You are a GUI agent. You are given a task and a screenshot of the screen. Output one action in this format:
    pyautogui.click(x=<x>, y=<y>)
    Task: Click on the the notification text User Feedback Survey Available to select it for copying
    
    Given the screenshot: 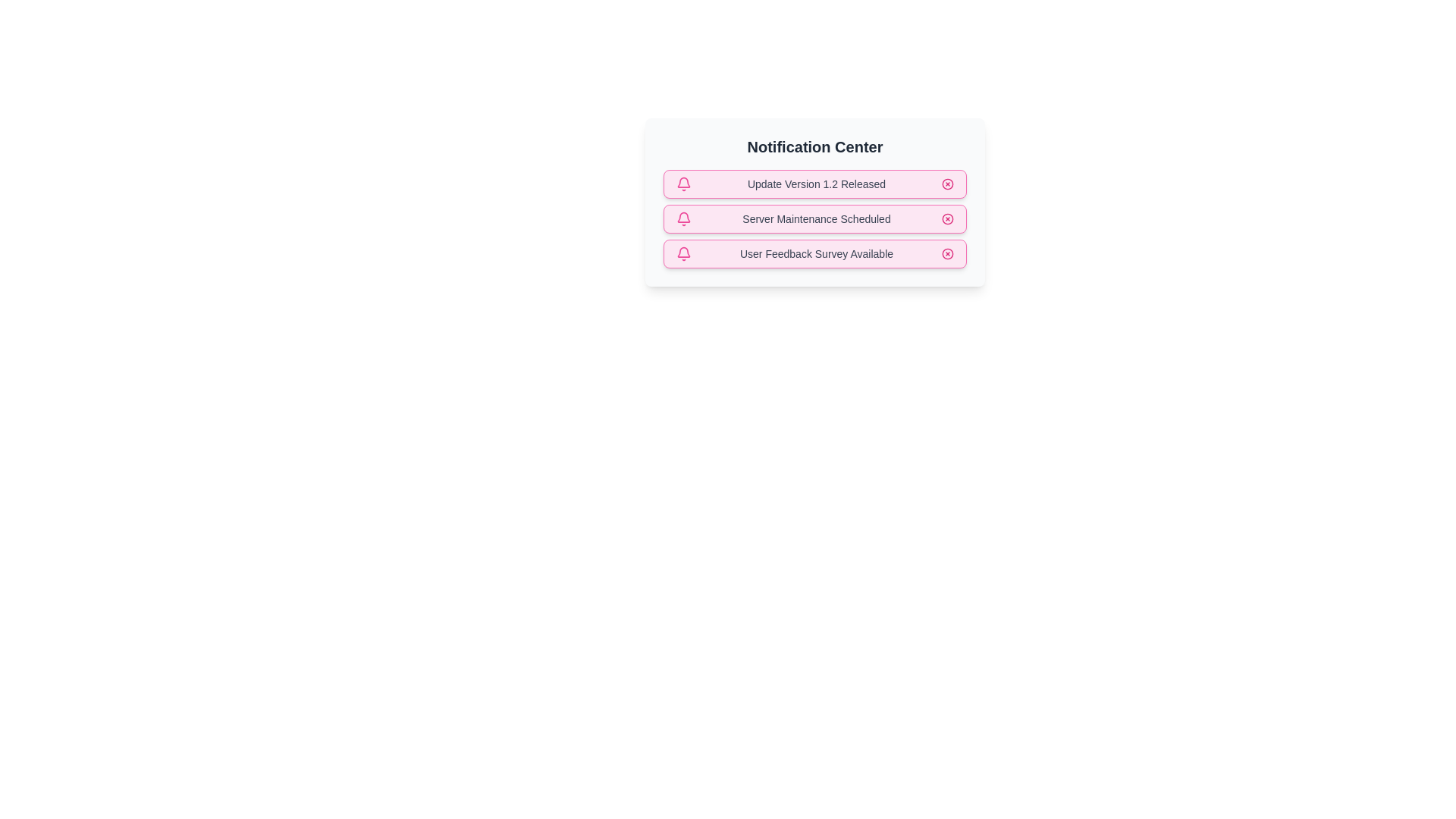 What is the action you would take?
    pyautogui.click(x=815, y=253)
    